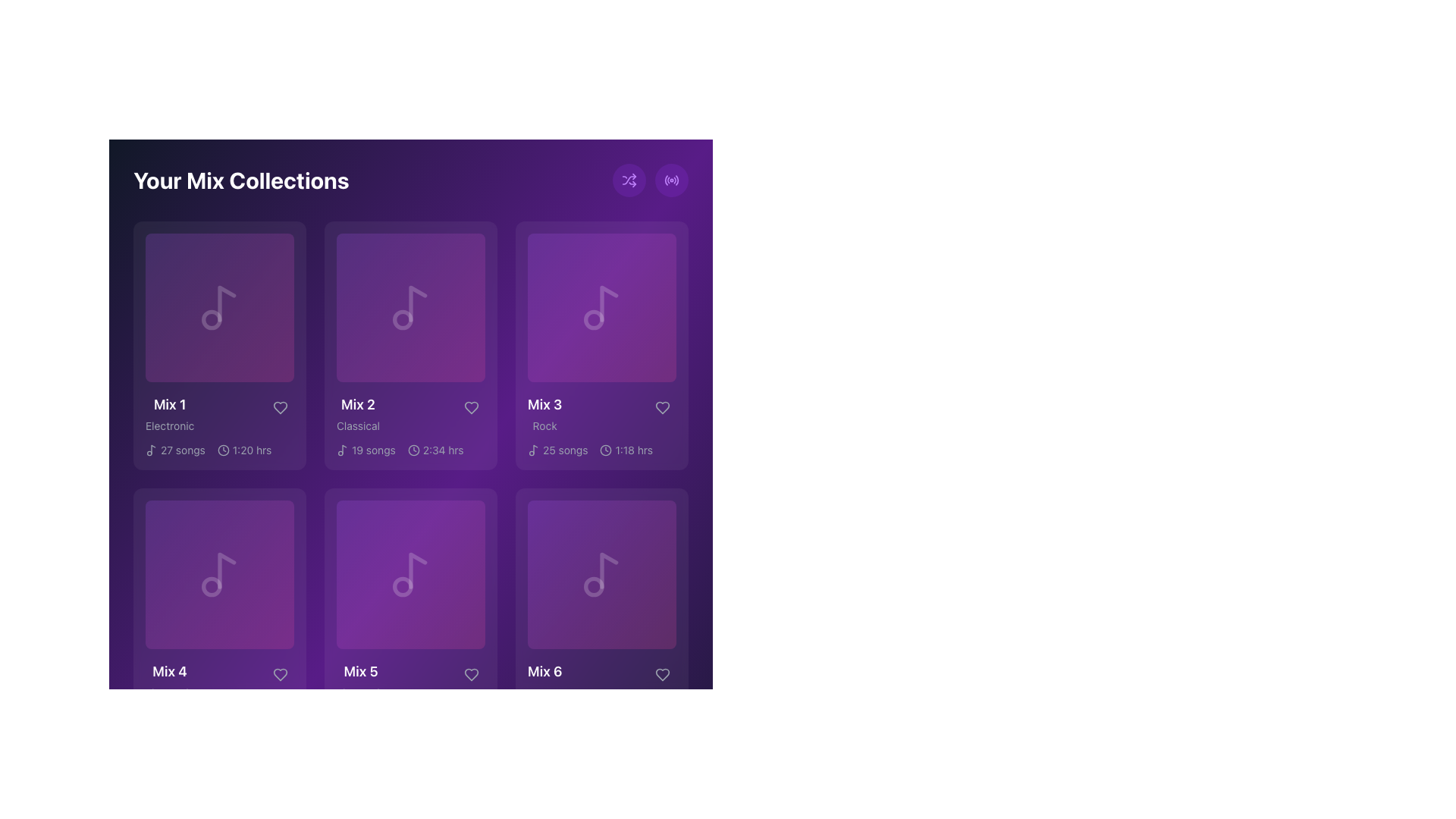 The width and height of the screenshot is (1456, 819). Describe the element at coordinates (280, 406) in the screenshot. I see `the favorite icon located in the lower-right section of the 'Mix 1' card to mark it as a favorite` at that location.